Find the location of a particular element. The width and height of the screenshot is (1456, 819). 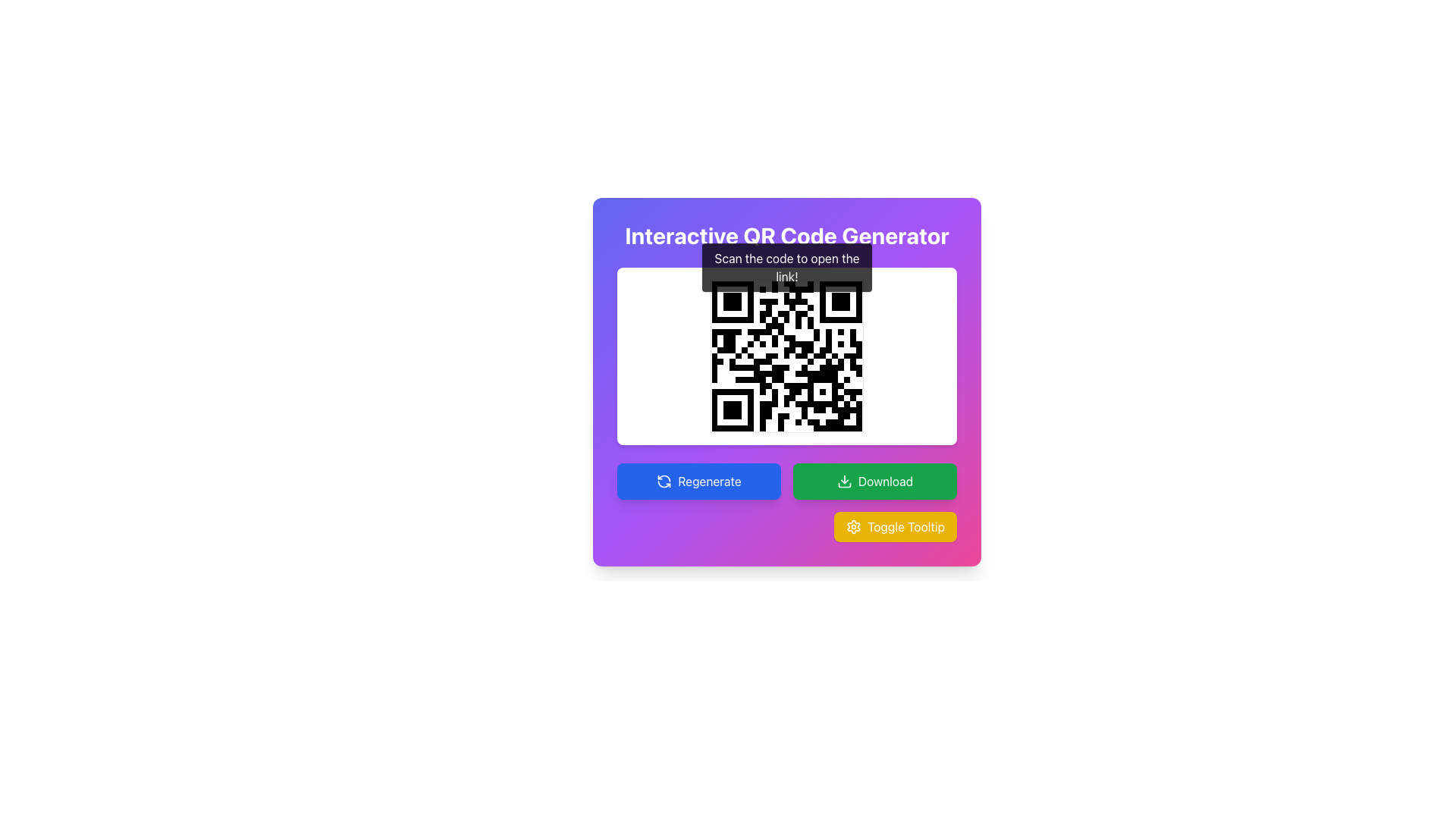

the prominently displayed title 'Interactive QR Code Generator' with a purple gradient background and white text, located at the top-center of the application interface is located at coordinates (786, 236).